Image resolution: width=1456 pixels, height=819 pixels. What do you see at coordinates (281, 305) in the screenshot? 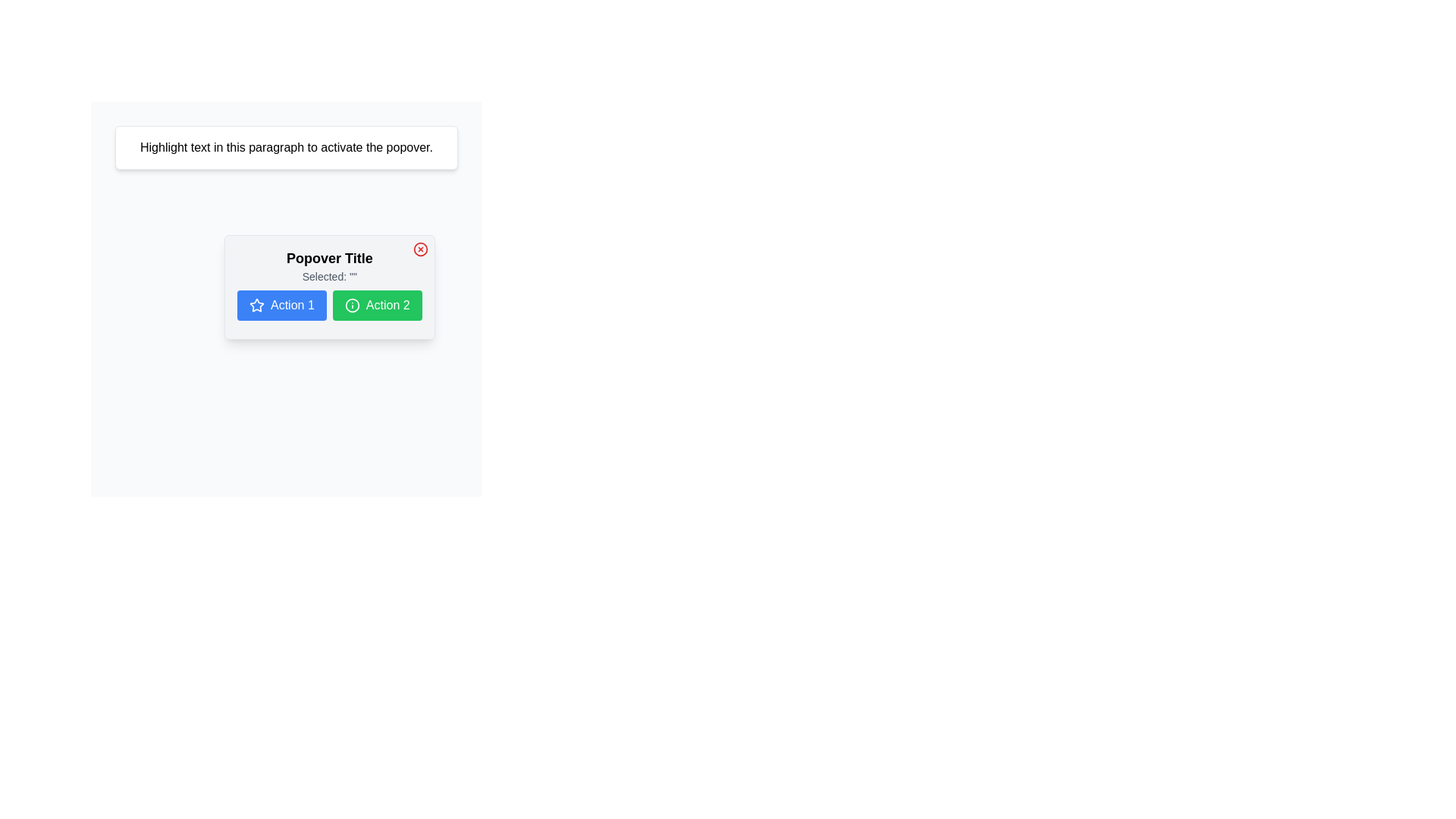
I see `the first button labeled 'Action 1' in the button group` at bounding box center [281, 305].